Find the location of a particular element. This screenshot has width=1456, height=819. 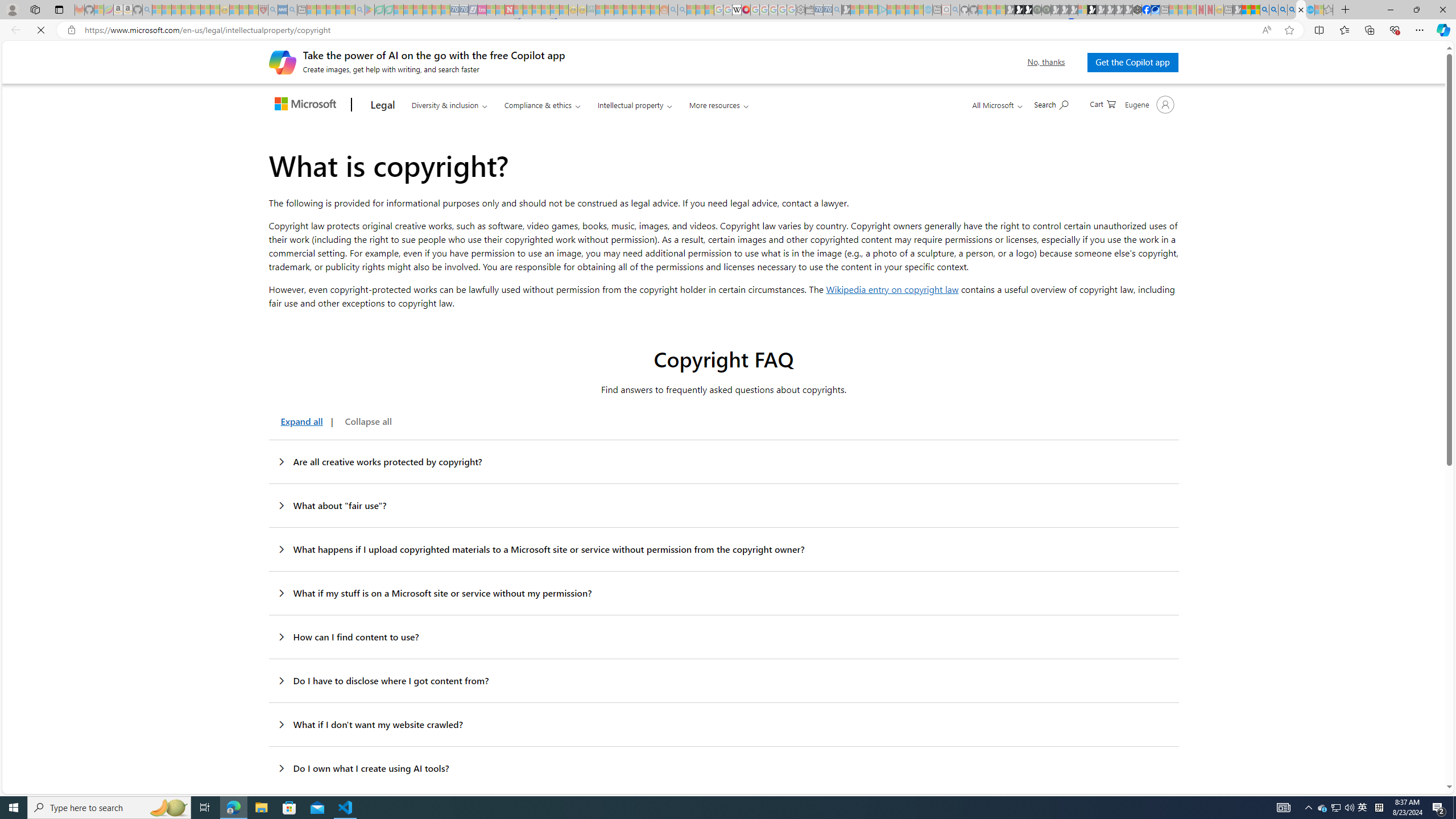

'Pets - MSN - Sleeping' is located at coordinates (341, 9).